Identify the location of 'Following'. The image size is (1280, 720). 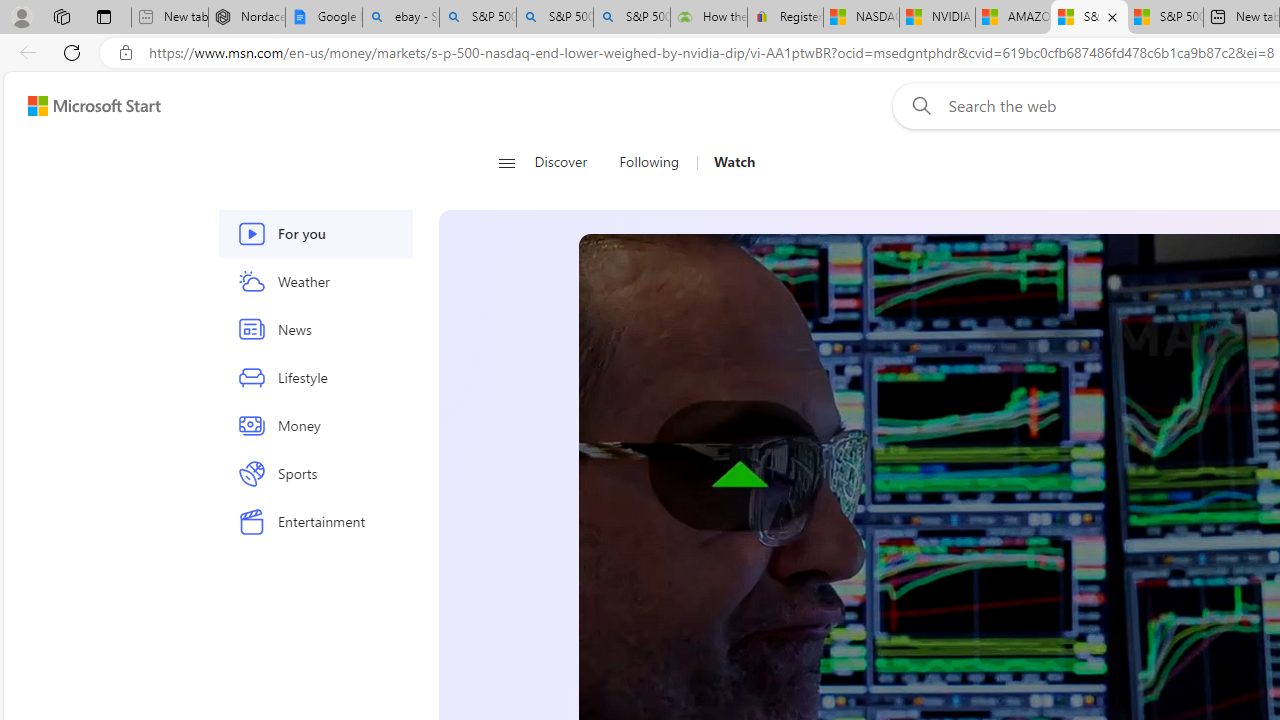
(648, 162).